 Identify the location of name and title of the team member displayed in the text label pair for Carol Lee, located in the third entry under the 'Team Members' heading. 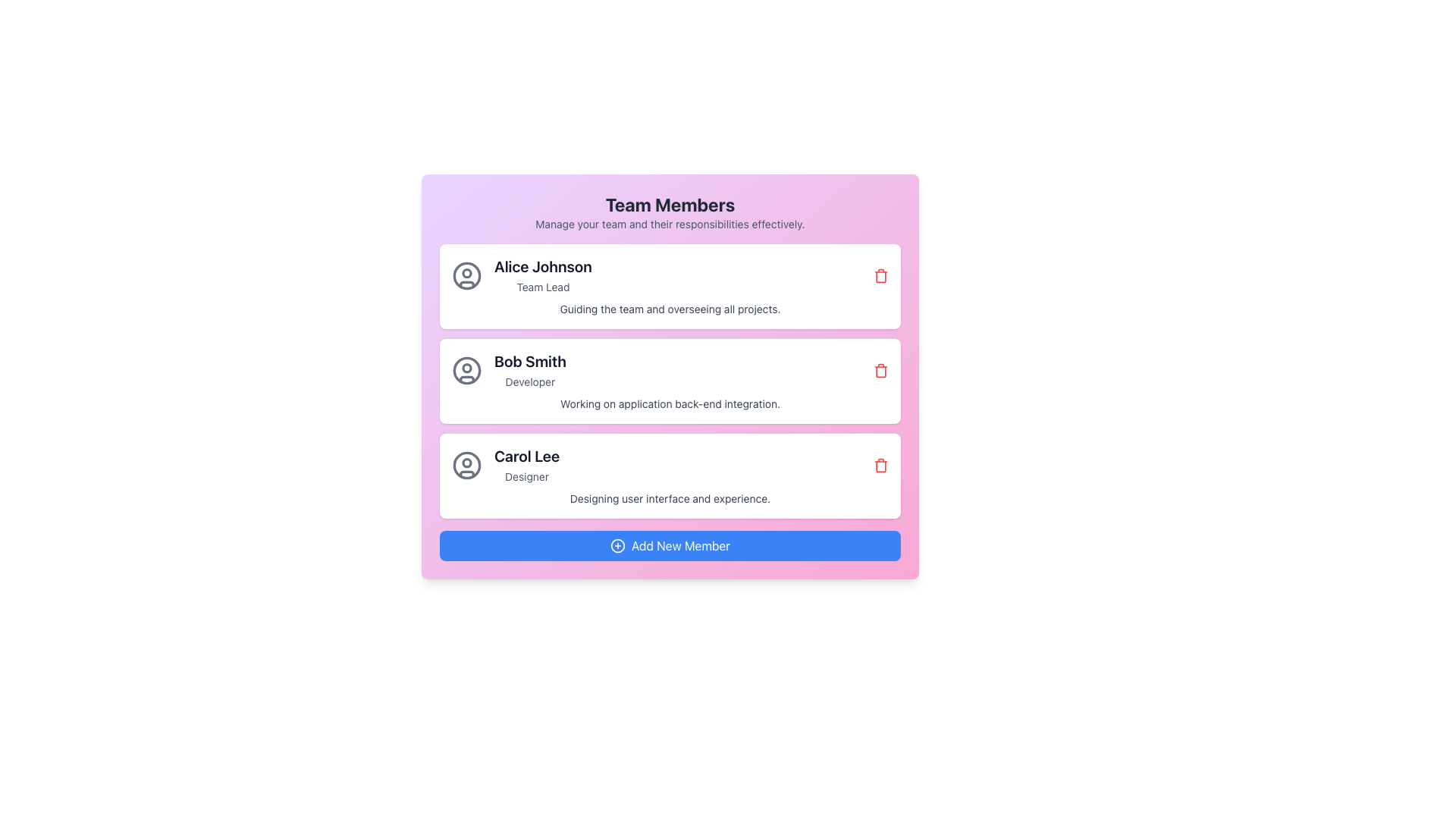
(527, 464).